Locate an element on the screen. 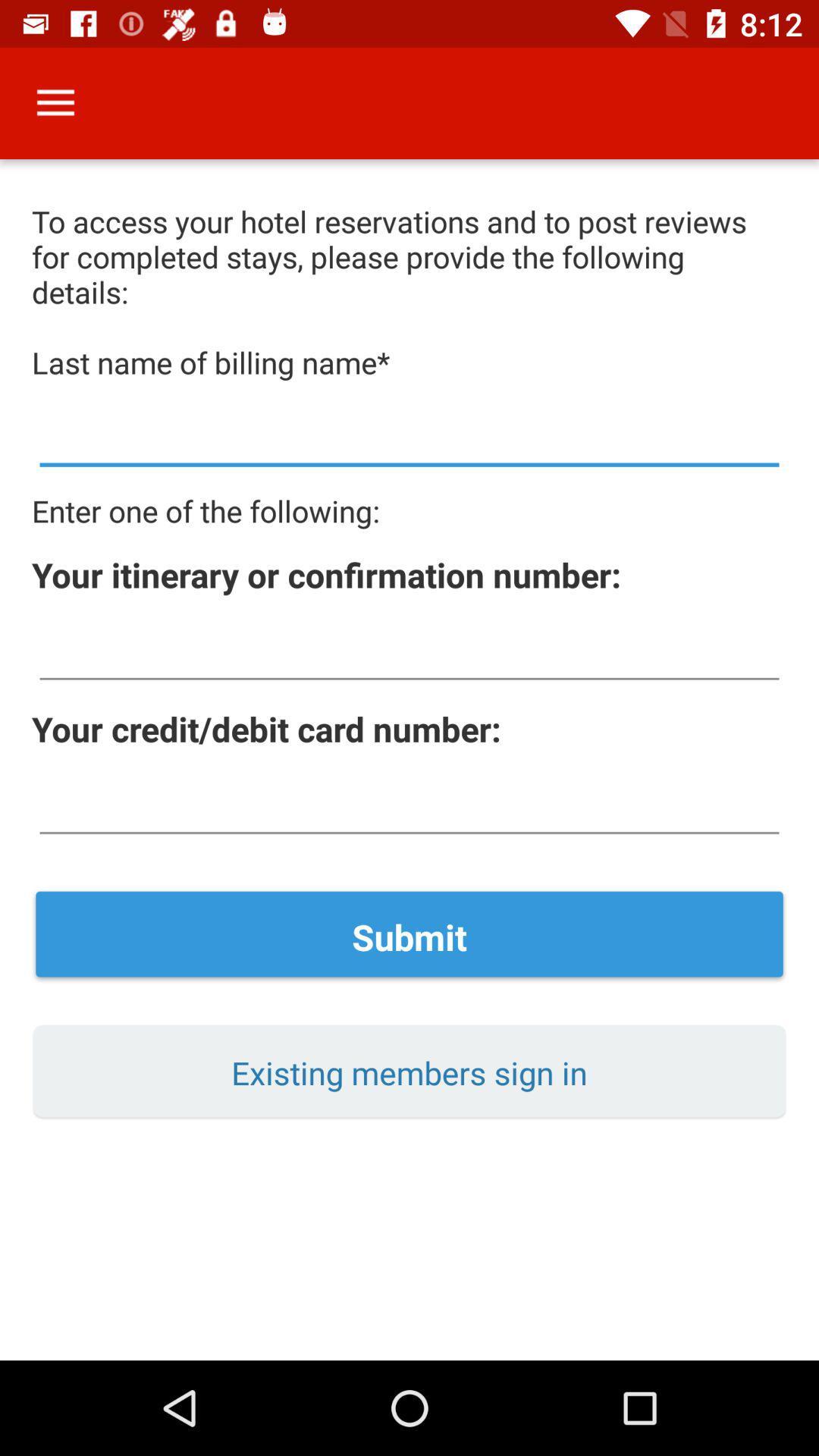  text input for last name is located at coordinates (409, 436).